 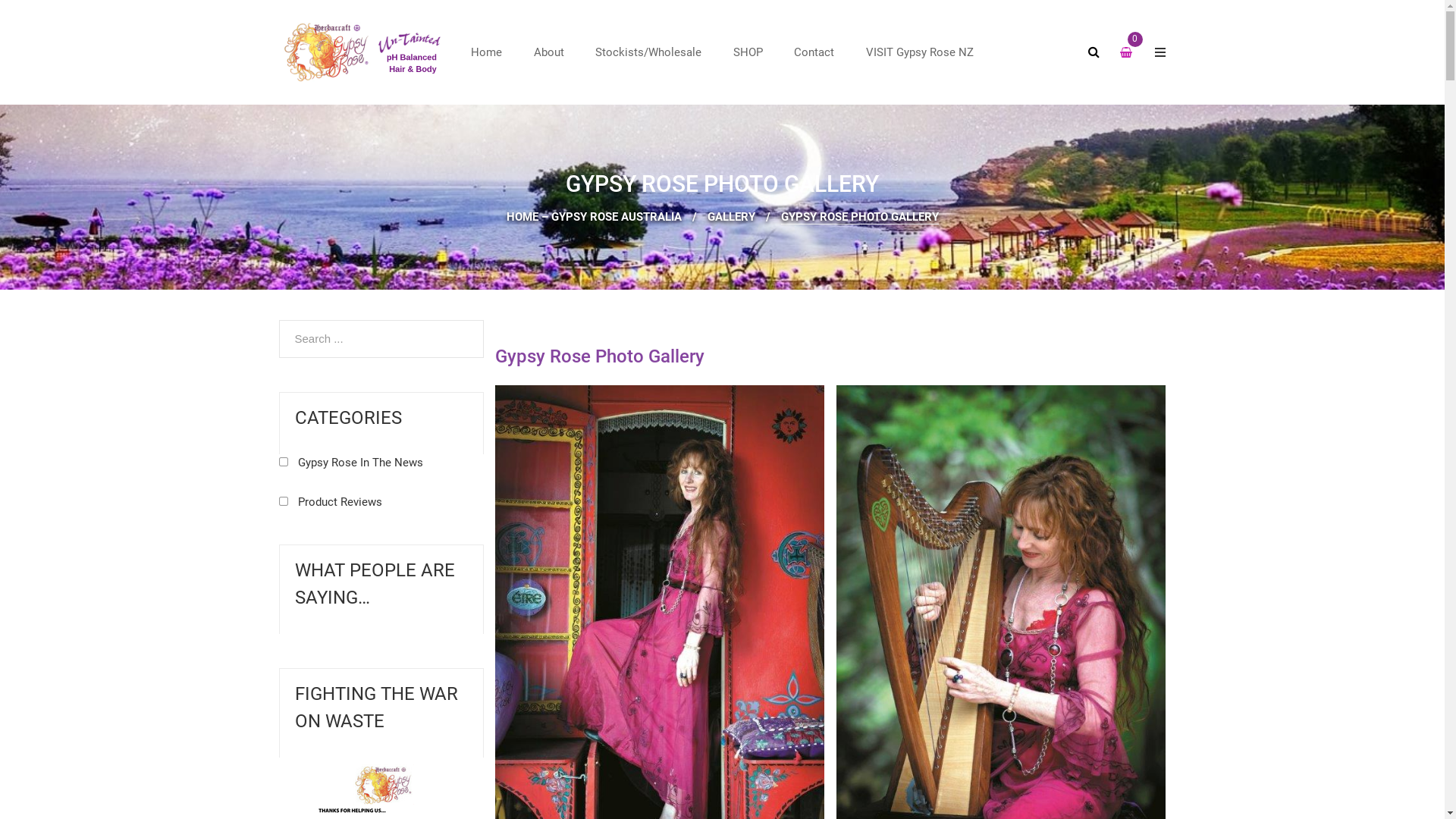 I want to click on 'Contact', so click(x=813, y=52).